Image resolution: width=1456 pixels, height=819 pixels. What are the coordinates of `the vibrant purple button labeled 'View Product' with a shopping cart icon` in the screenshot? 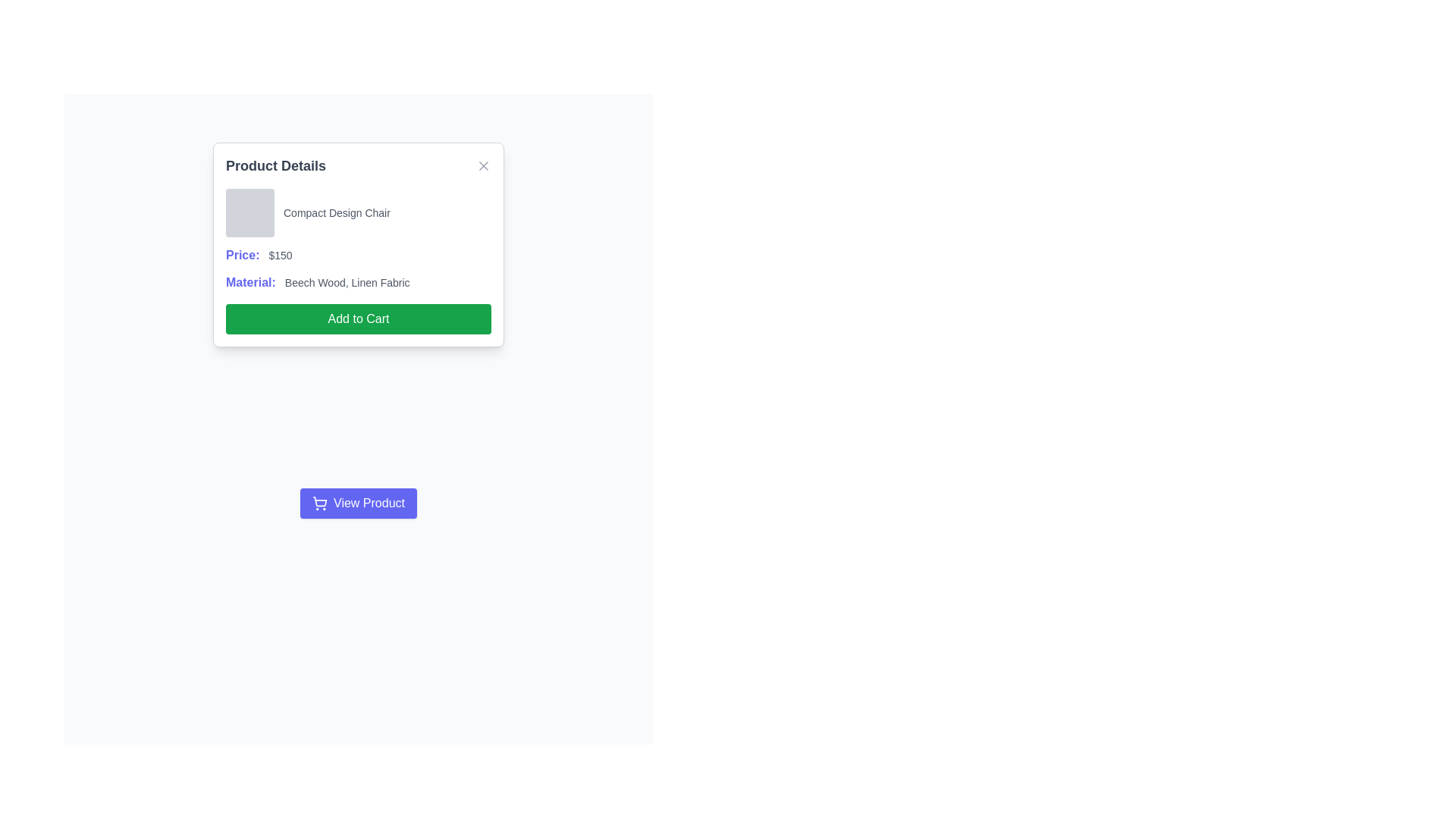 It's located at (357, 503).